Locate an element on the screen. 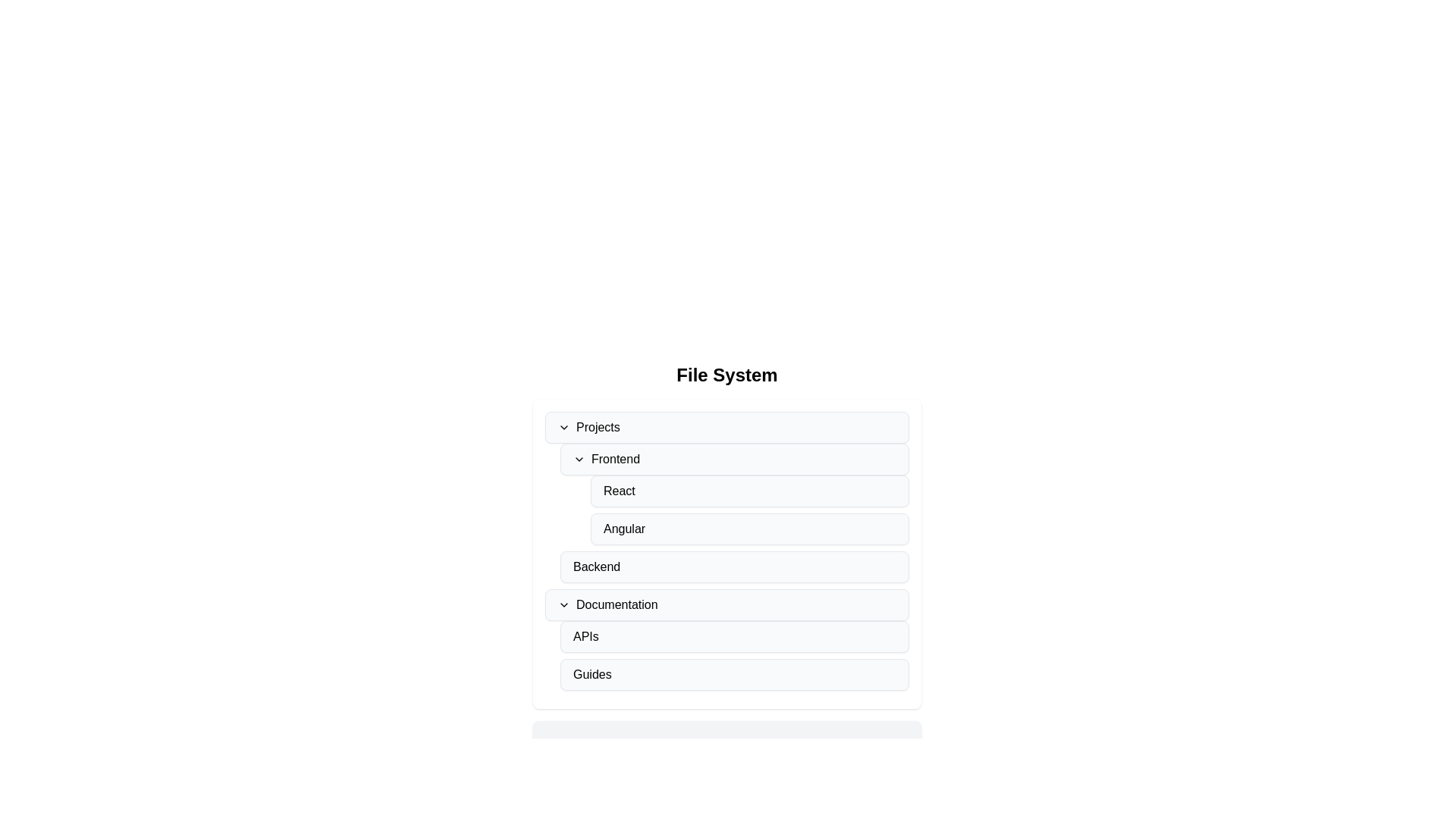 This screenshot has width=1456, height=819. the 'Backend' button, which is a light gray rectangular button with rounded corners located in the 'Documentation' section under 'File System' is located at coordinates (735, 567).